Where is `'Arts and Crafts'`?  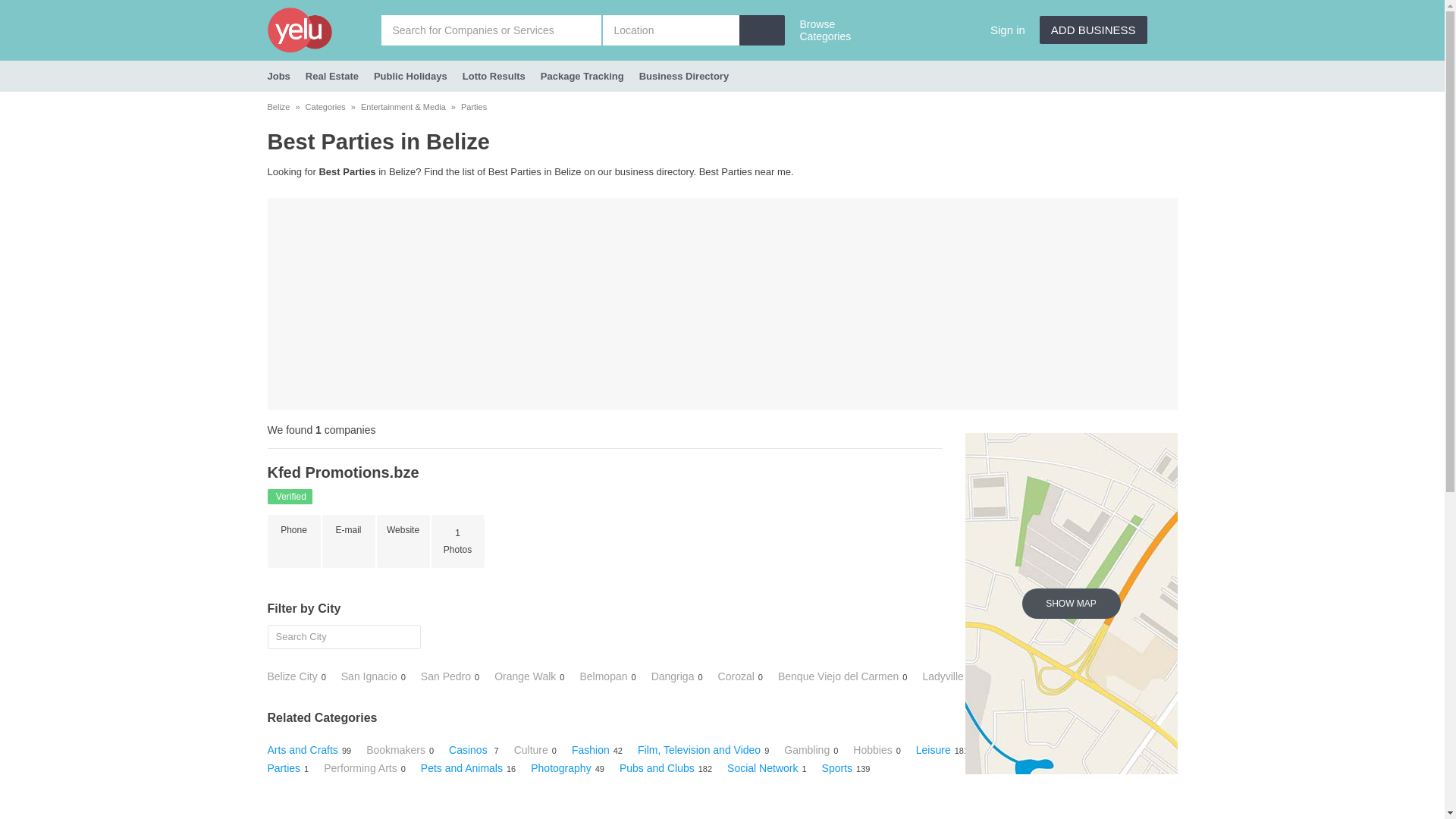 'Arts and Crafts' is located at coordinates (302, 748).